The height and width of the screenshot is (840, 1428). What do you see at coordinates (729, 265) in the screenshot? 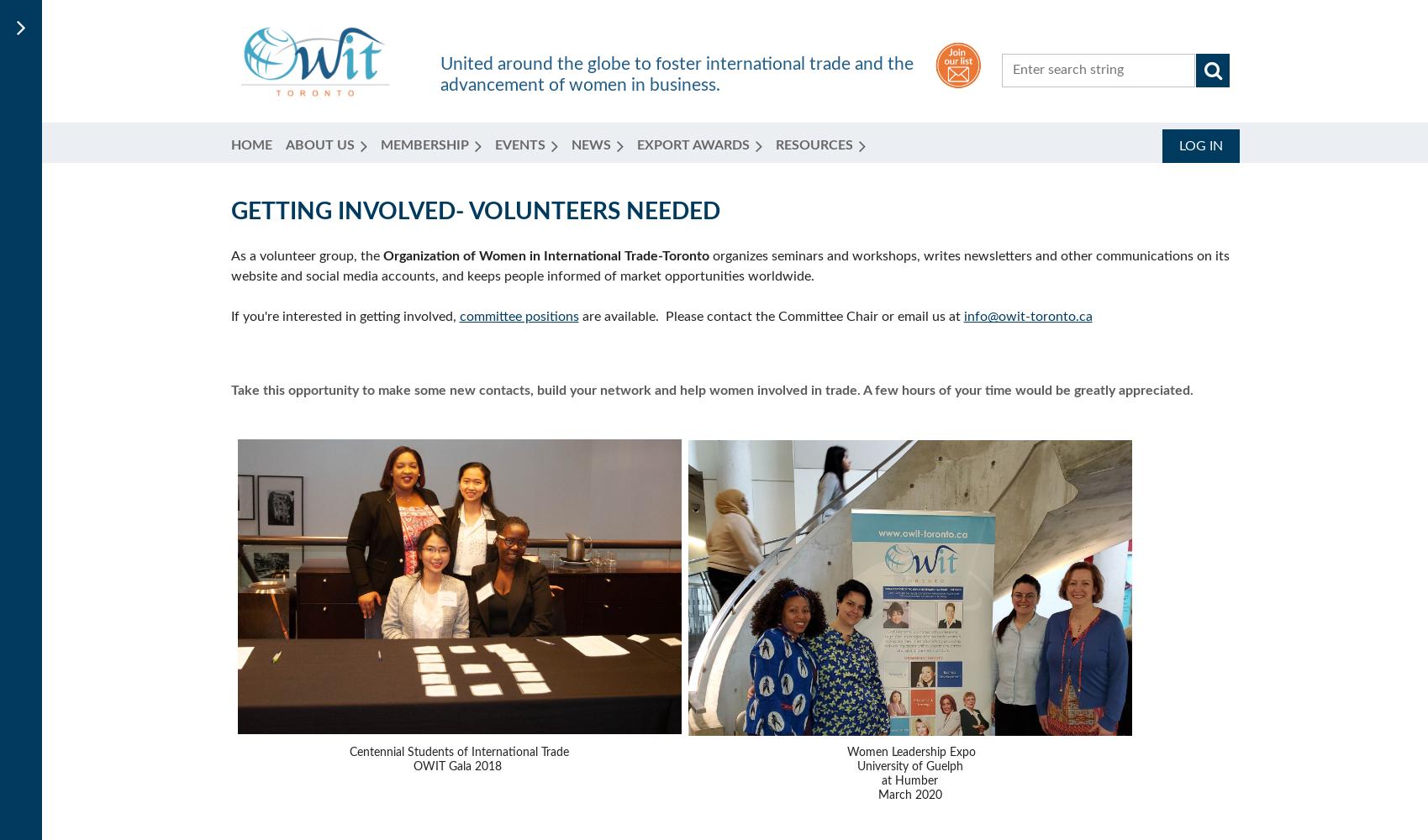
I see `'organizes seminars and workshops, writes newsletters and other communications on its website and social media accounts, and keeps people informed of market opportunities worldwide.'` at bounding box center [729, 265].